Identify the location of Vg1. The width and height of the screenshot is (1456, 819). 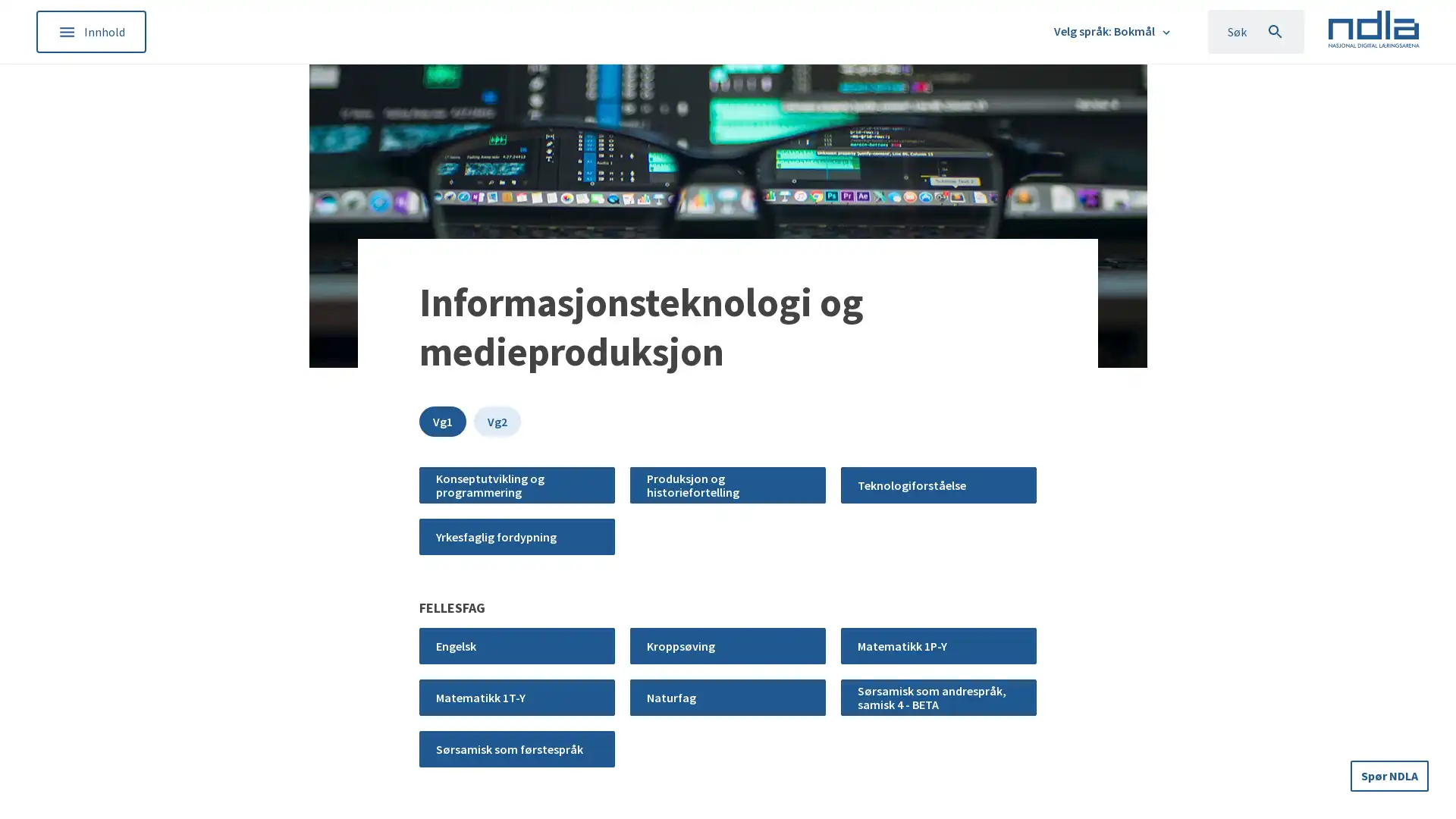
(442, 421).